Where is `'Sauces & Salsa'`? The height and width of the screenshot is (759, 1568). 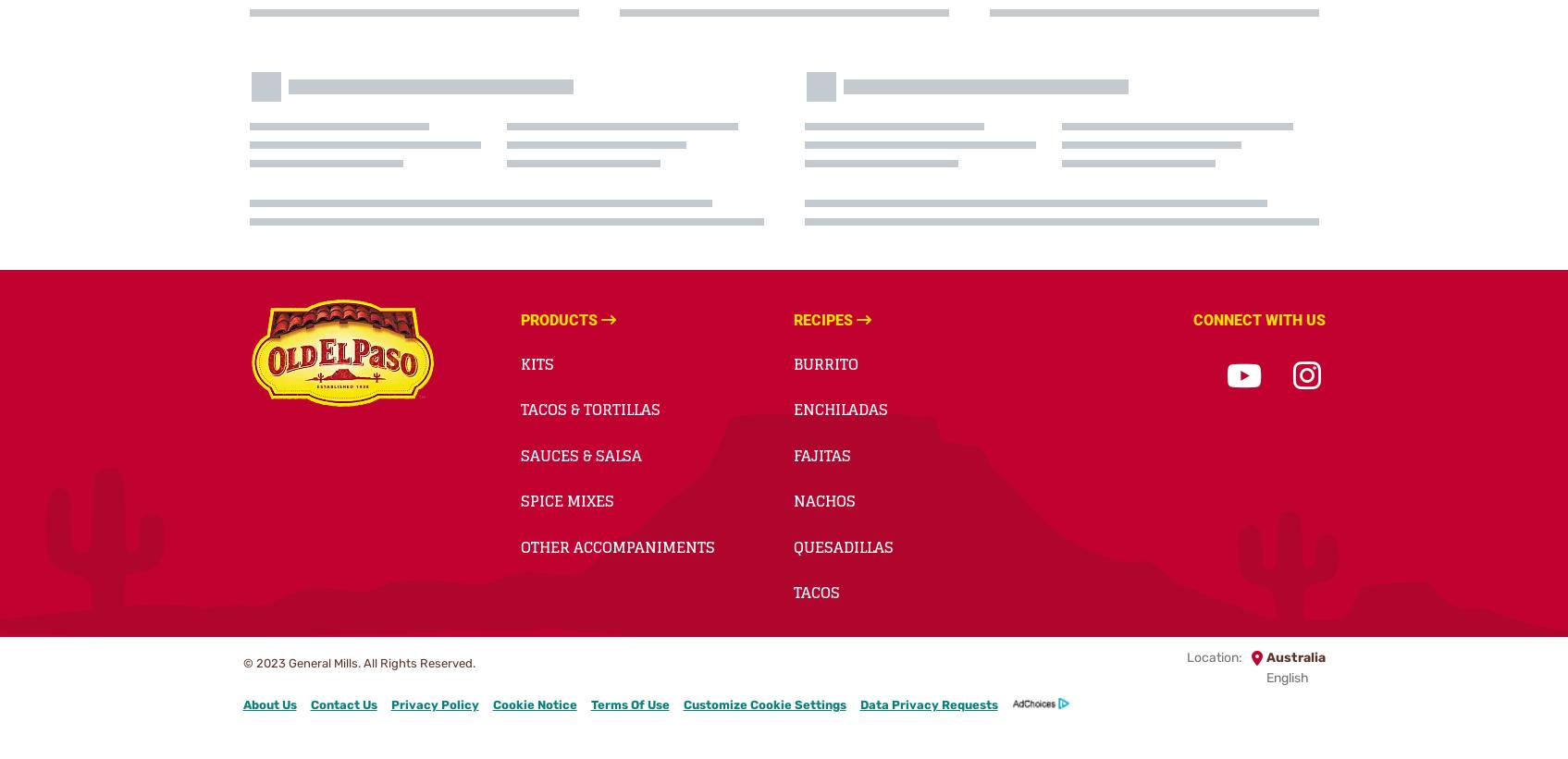 'Sauces & Salsa' is located at coordinates (520, 454).